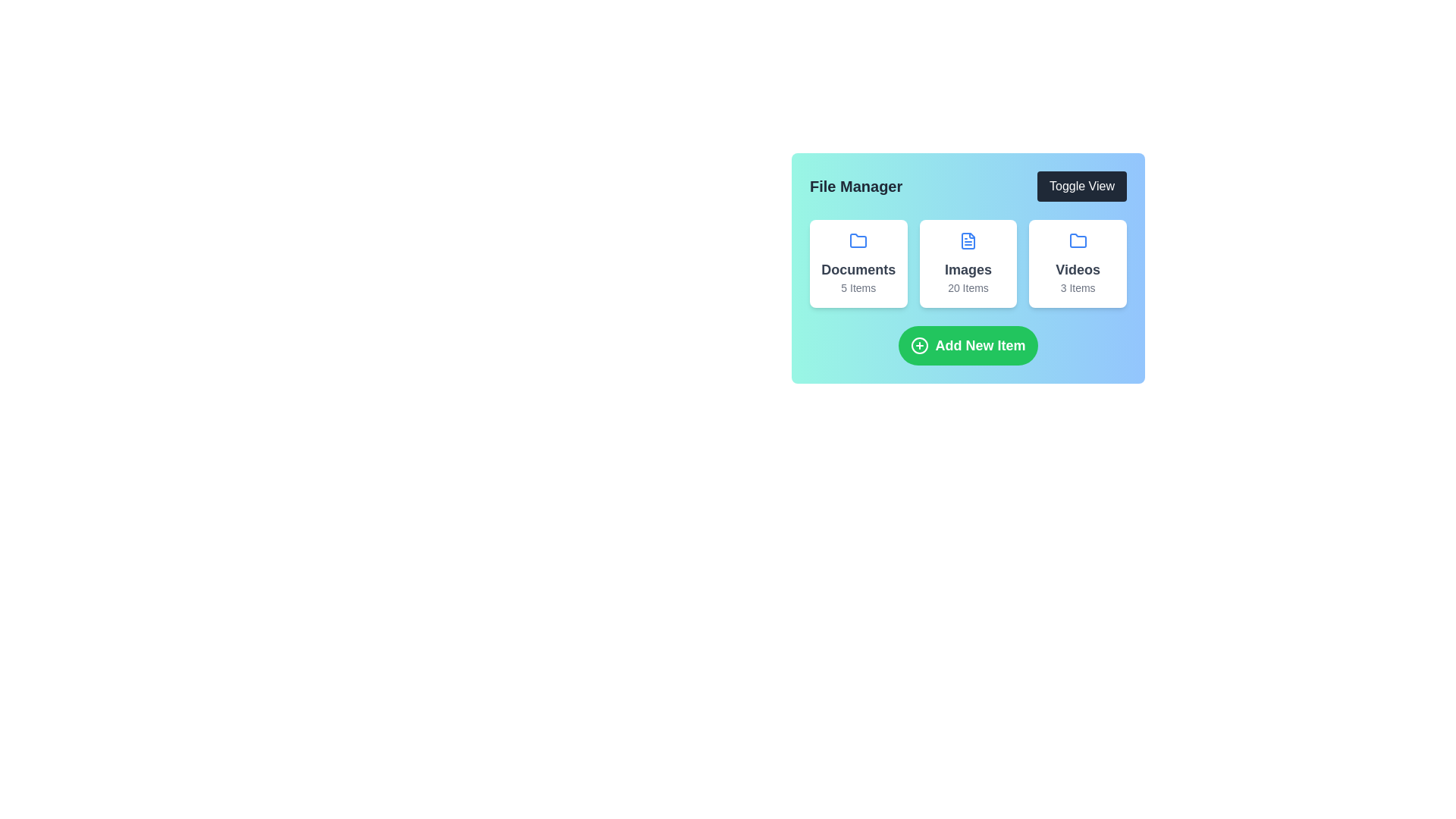 The image size is (1456, 819). Describe the element at coordinates (858, 240) in the screenshot. I see `the folder icon representing the 'Documents' category, located at the top center above the text 'Documents' and '5 Items'` at that location.